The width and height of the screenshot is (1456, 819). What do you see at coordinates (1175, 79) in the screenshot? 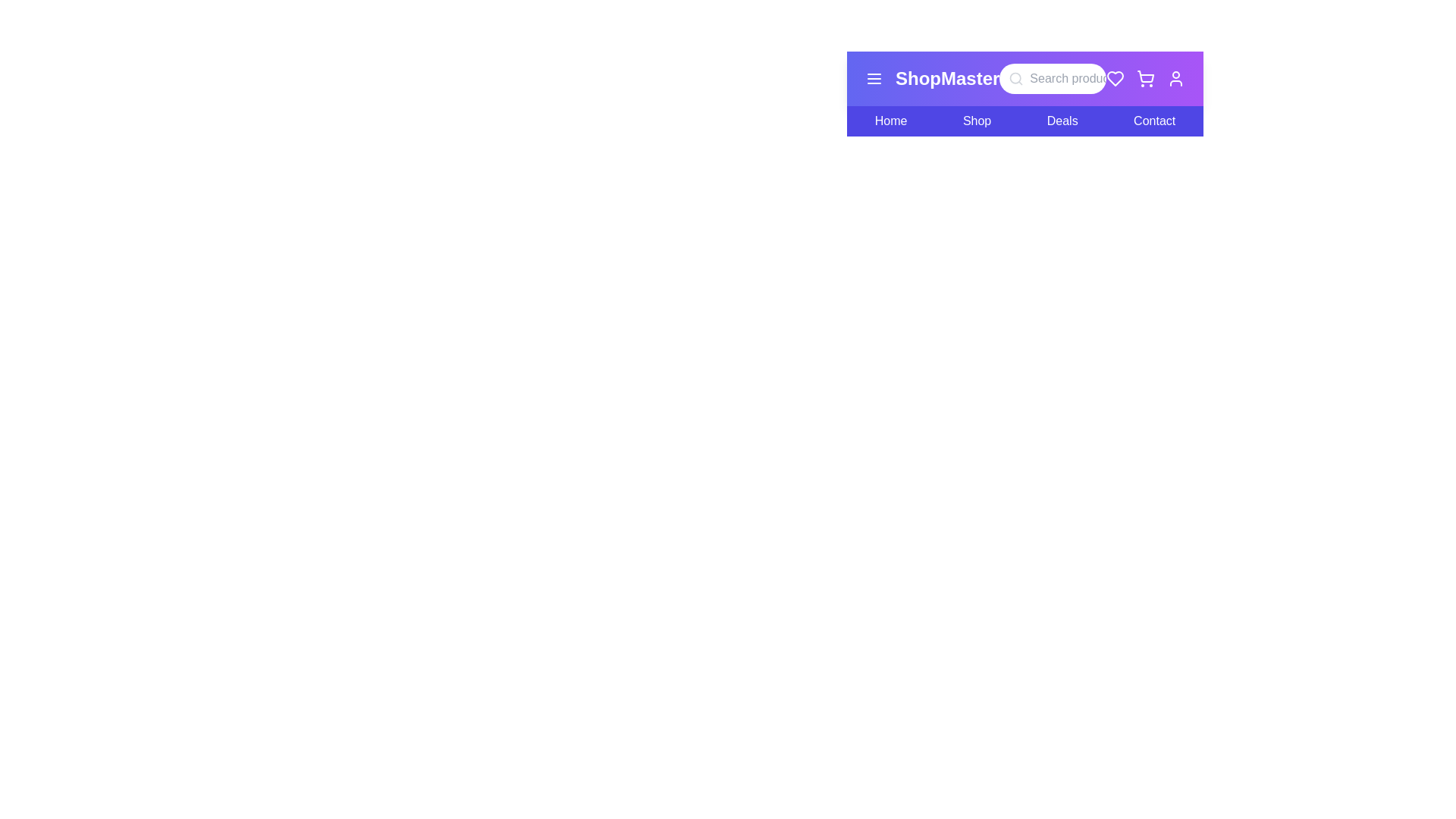
I see `the user profile icon to access user-related functionalities` at bounding box center [1175, 79].